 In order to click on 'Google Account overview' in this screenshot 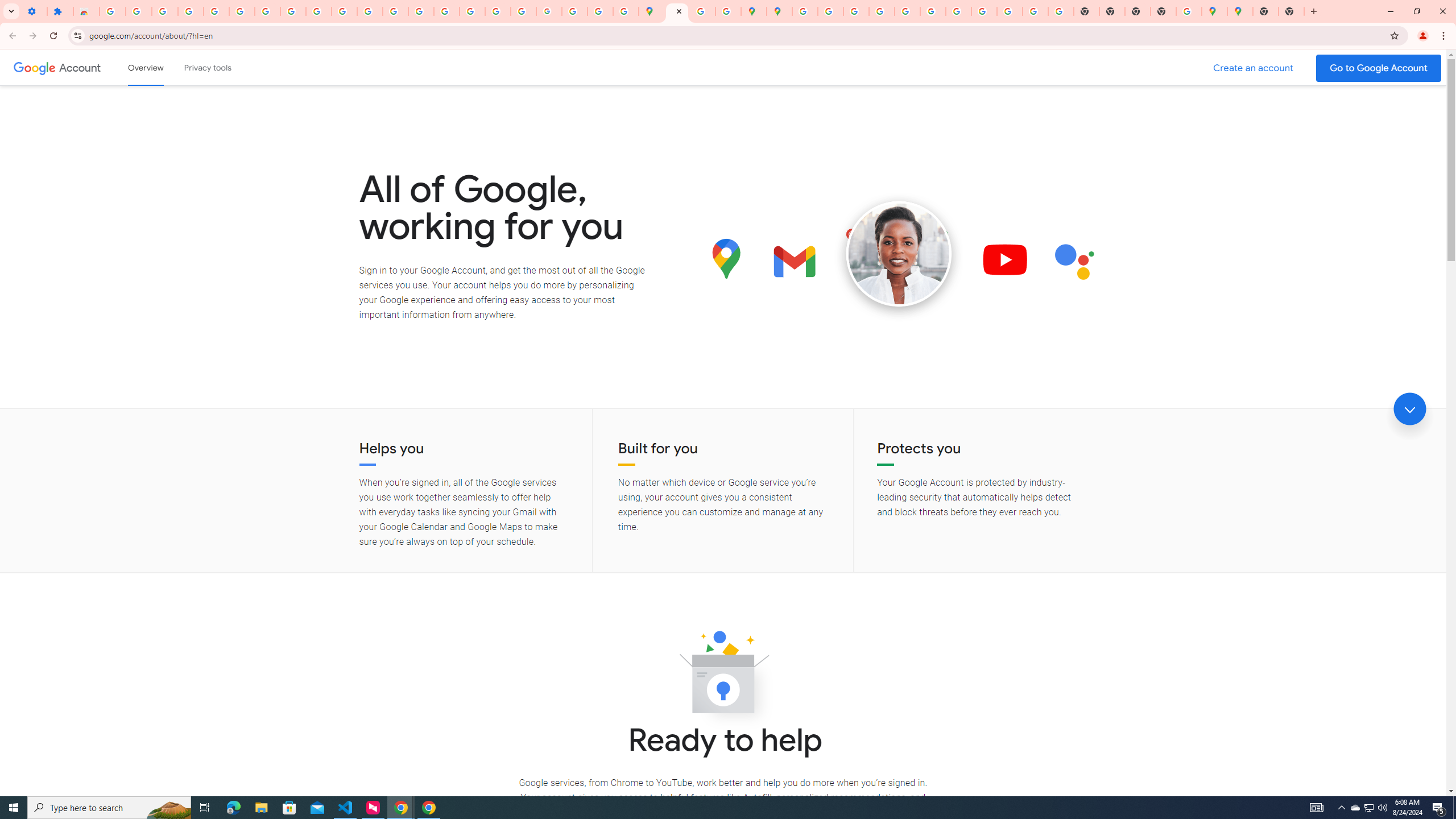, I will do `click(146, 67)`.